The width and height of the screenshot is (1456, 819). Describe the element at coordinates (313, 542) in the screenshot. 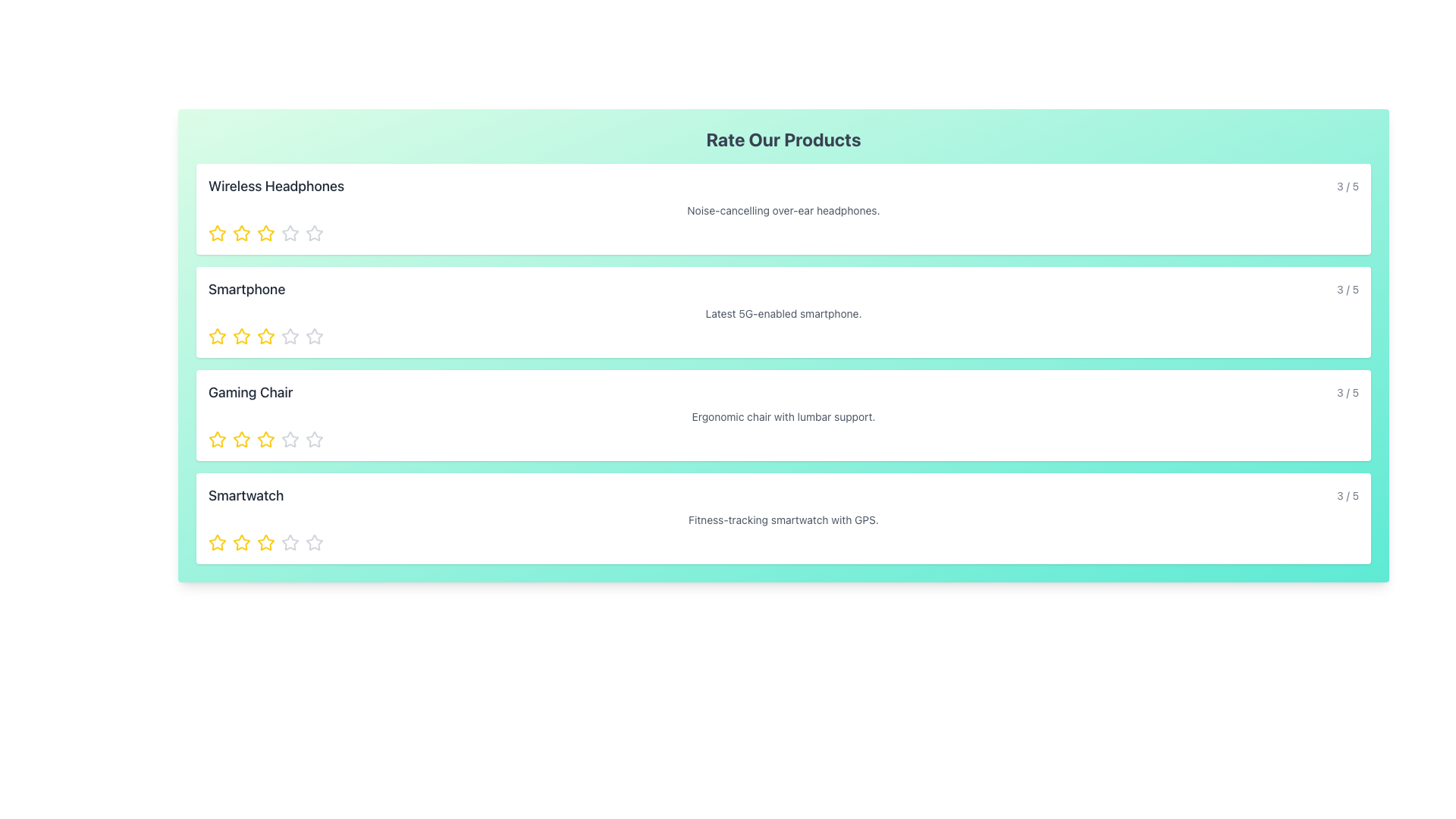

I see `the fifth star icon, which is light gray and represents an unselected rating for the 'Smartwatch' item, to rate it` at that location.